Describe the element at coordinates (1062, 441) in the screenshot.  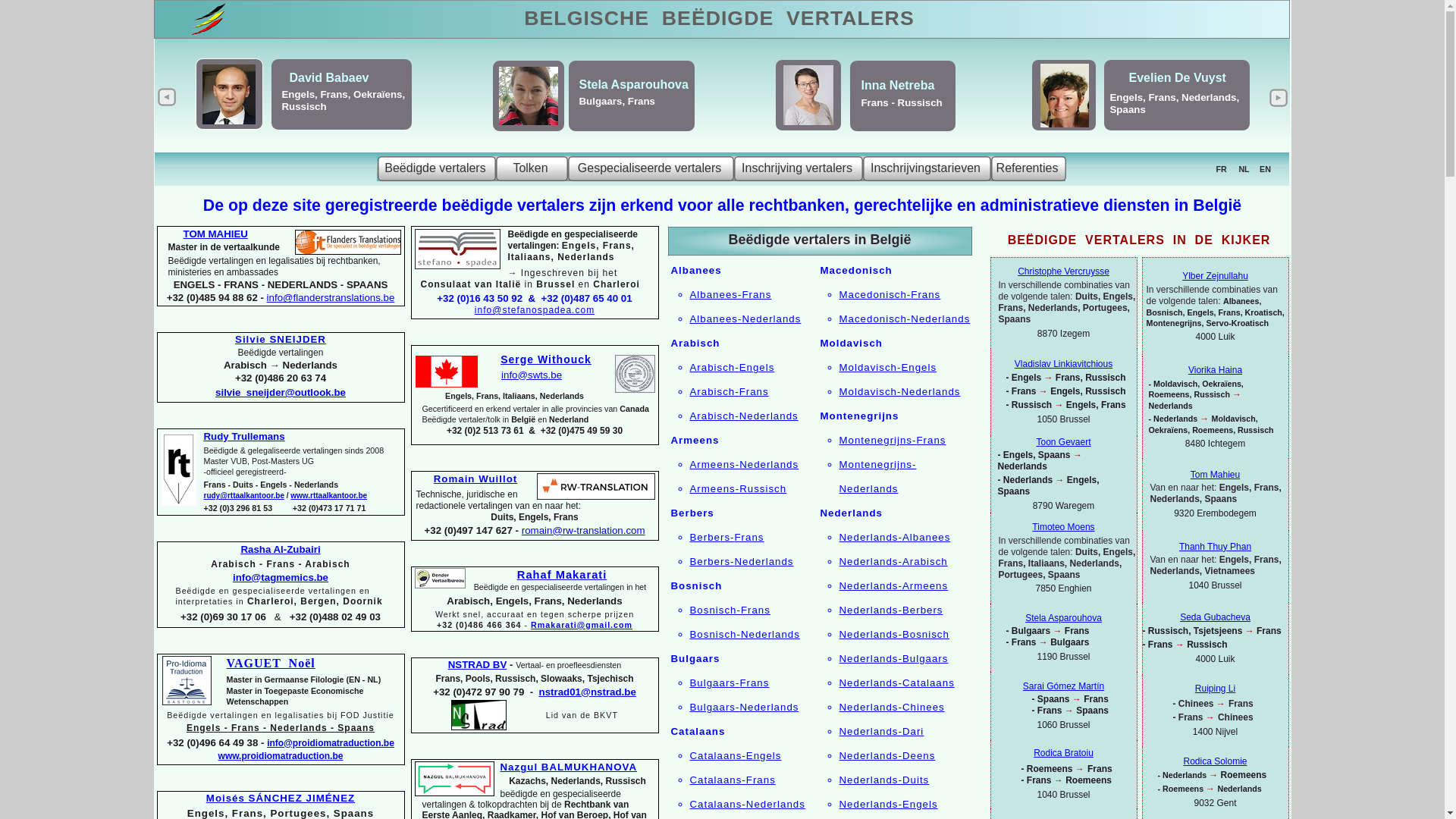
I see `'Toon Gevaert'` at that location.